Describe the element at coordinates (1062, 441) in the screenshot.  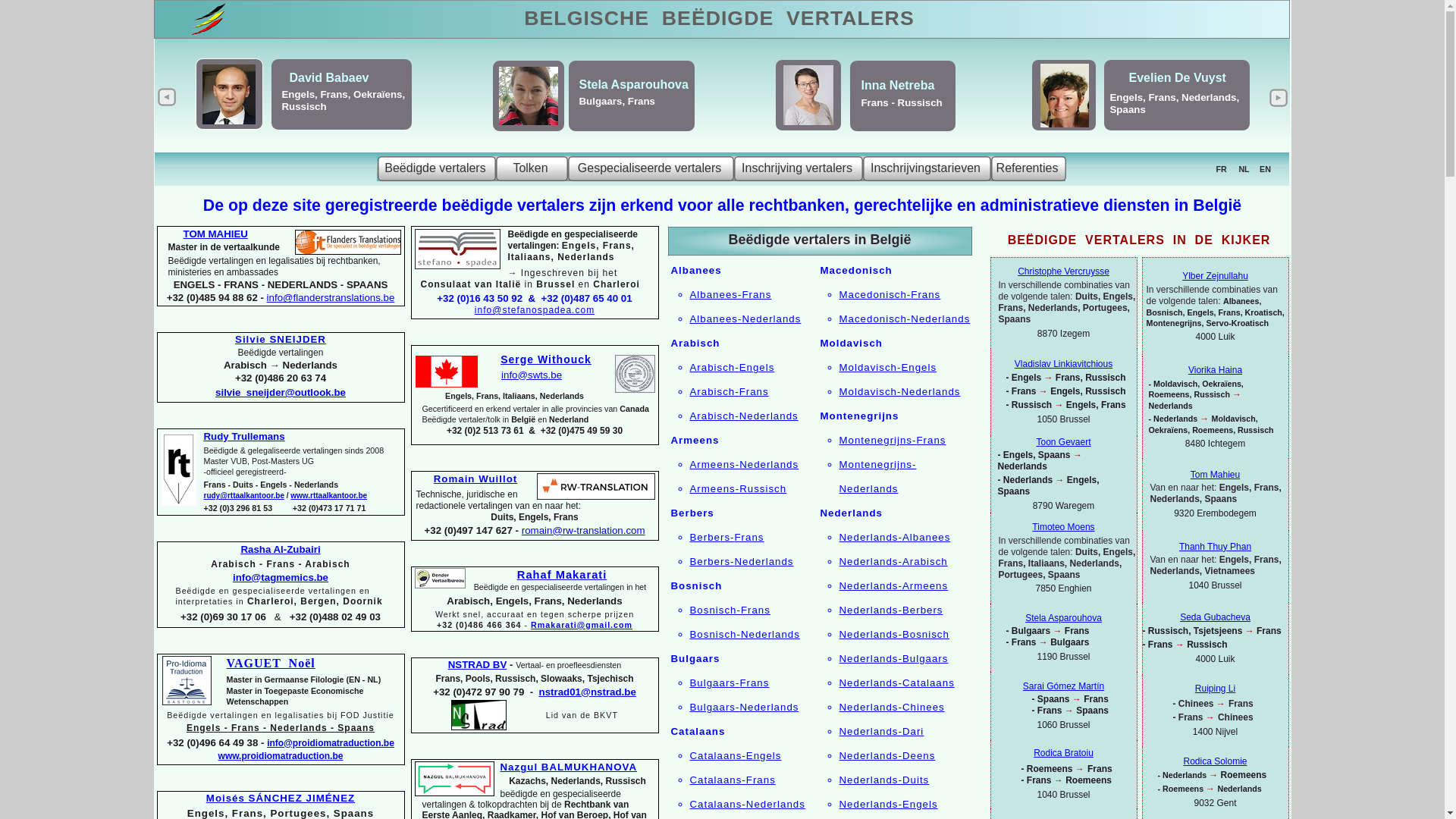
I see `'Toon Gevaert'` at that location.